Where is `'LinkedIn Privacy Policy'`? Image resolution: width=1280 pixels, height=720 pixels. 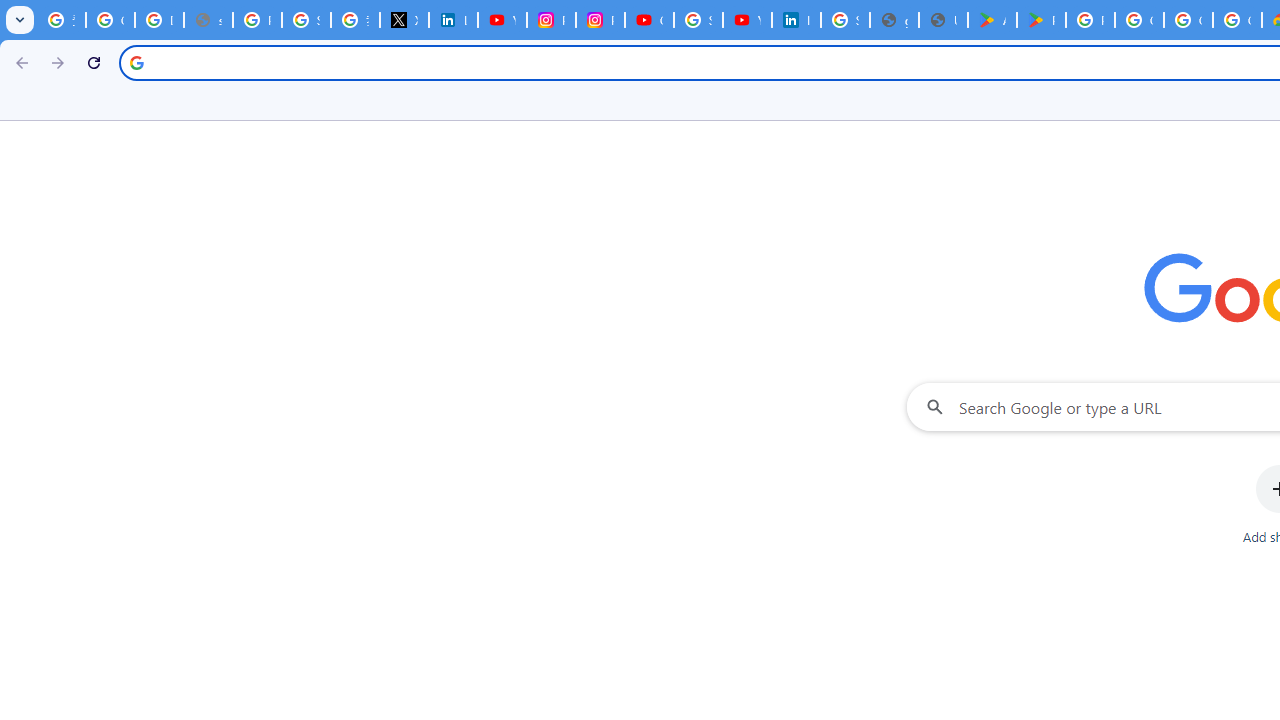
'LinkedIn Privacy Policy' is located at coordinates (452, 20).